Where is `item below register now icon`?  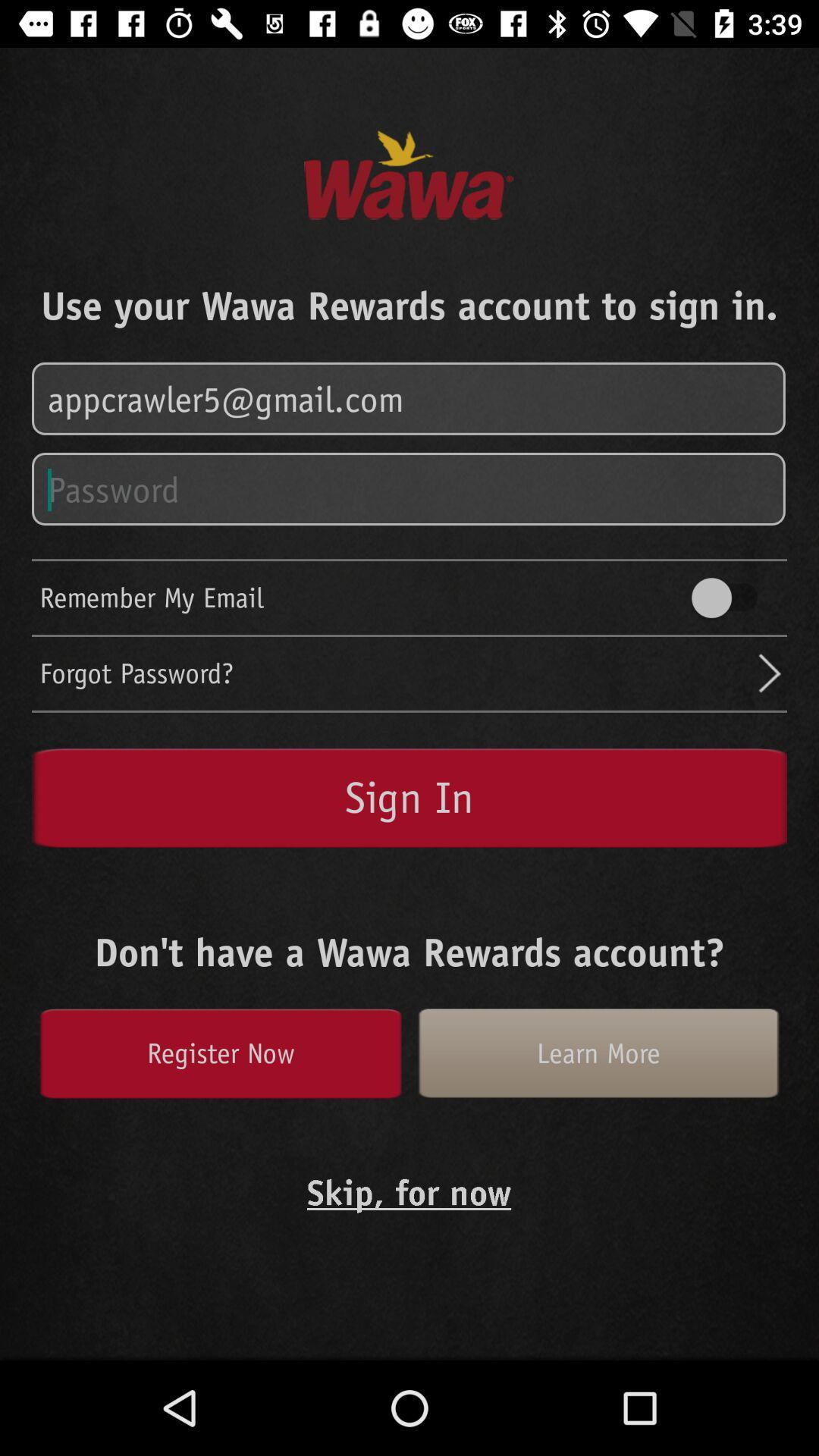 item below register now icon is located at coordinates (408, 1191).